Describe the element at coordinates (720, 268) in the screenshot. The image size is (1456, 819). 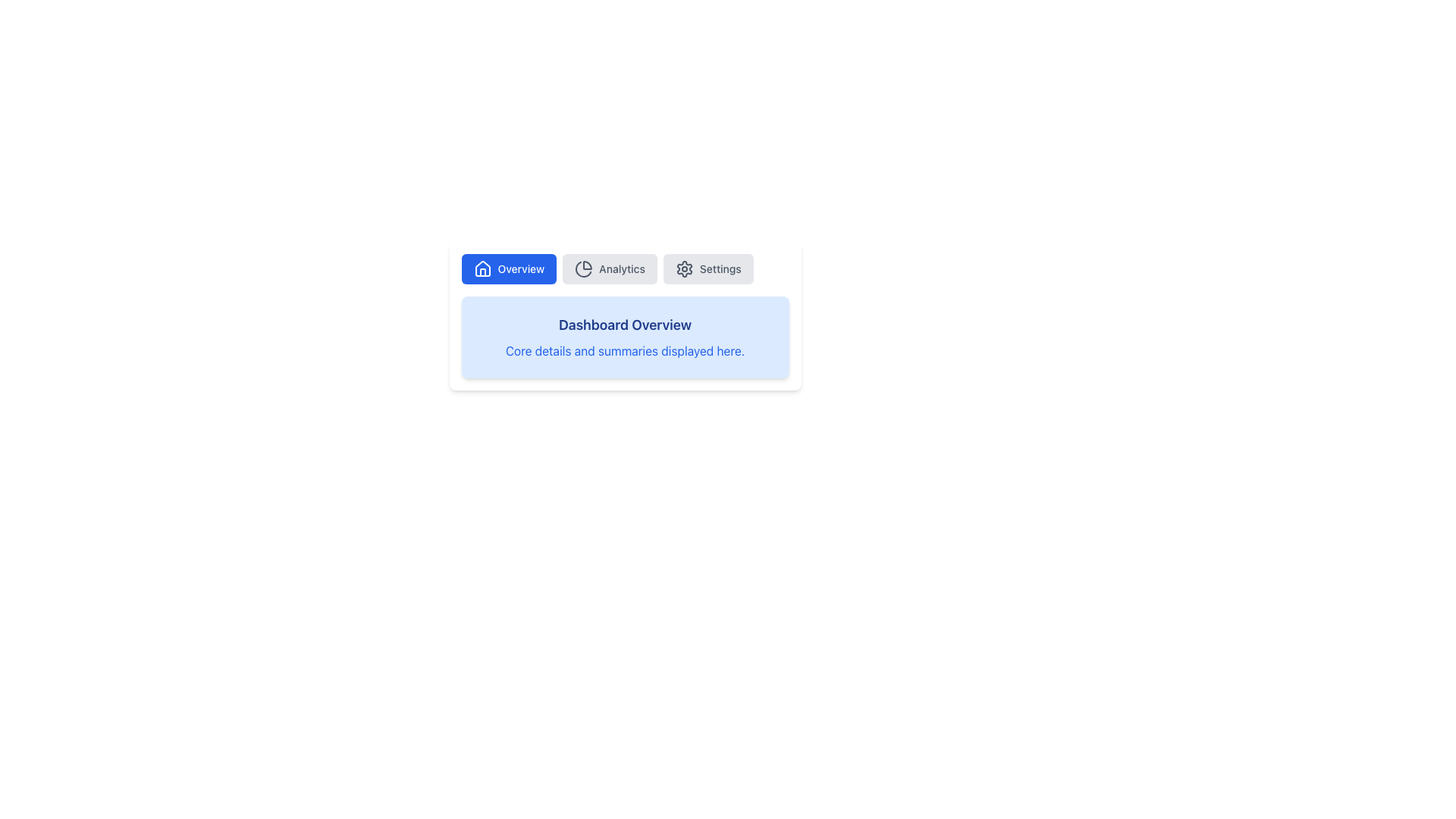
I see `the Text Label within the 'Settings' button, which indicates the button's purpose for navigation or opening a settings menu` at that location.